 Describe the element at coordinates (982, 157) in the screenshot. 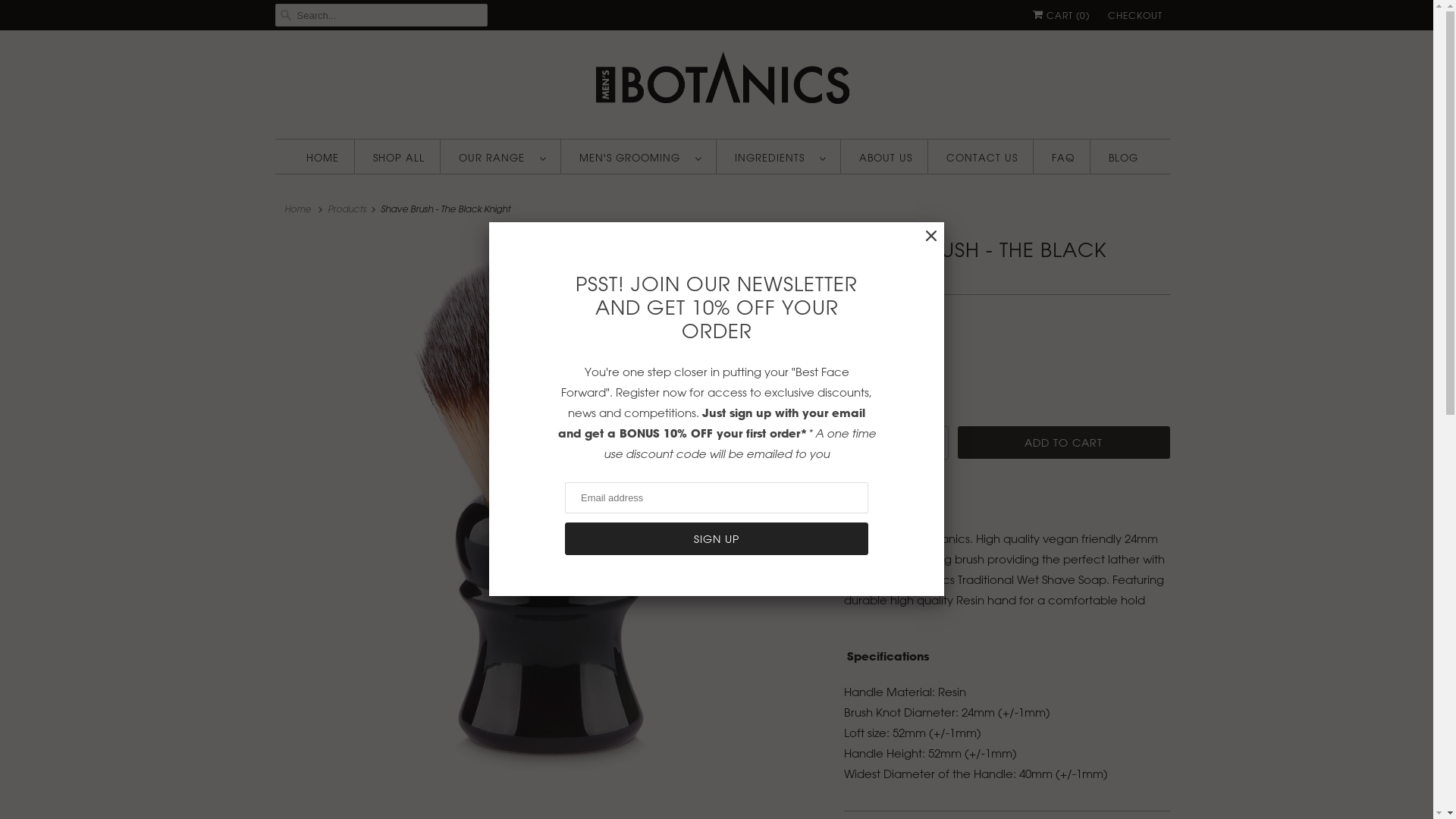

I see `'CONTACT US'` at that location.